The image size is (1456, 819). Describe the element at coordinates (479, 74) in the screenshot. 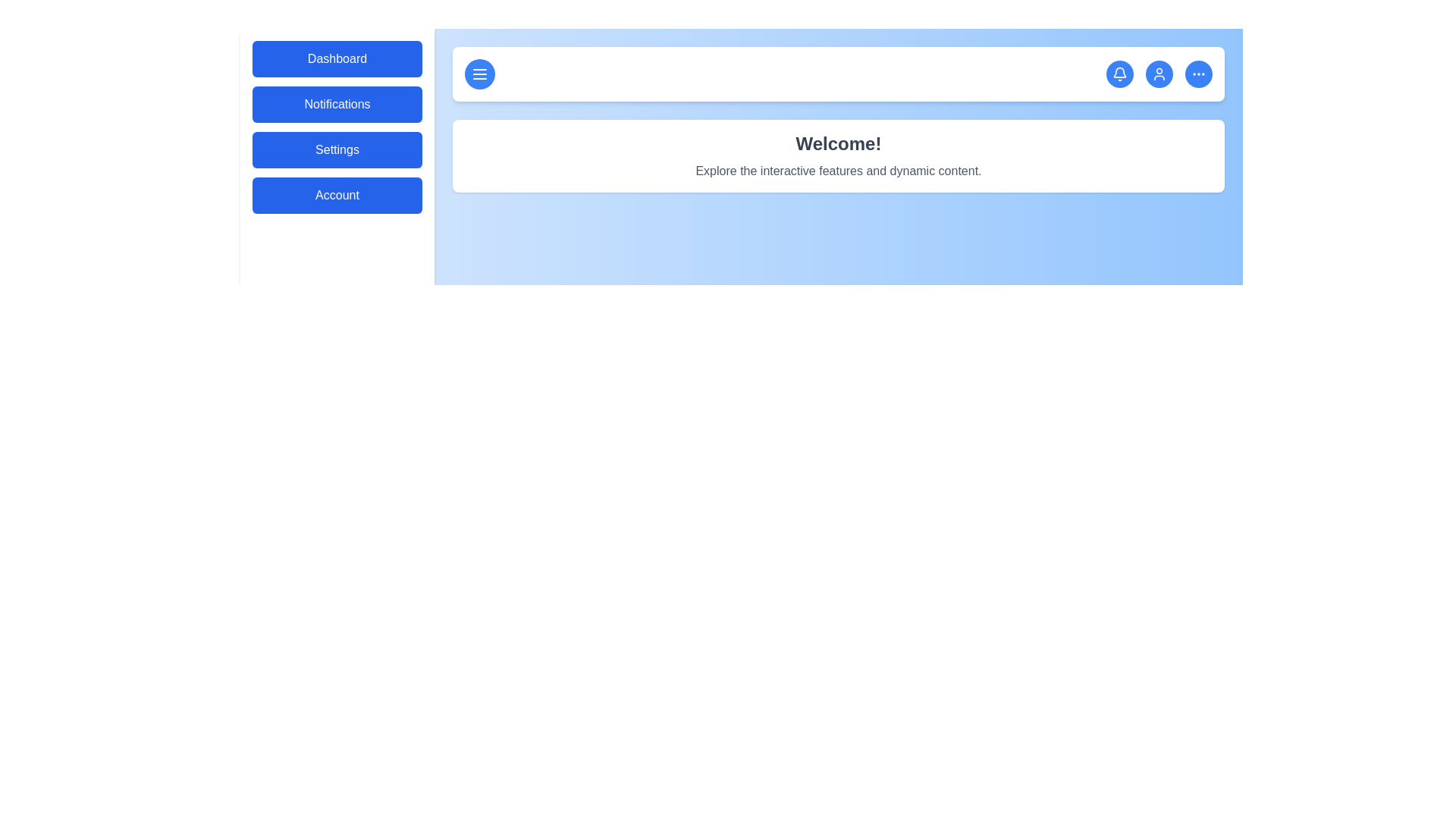

I see `menu button to toggle the sidebar visibility` at that location.